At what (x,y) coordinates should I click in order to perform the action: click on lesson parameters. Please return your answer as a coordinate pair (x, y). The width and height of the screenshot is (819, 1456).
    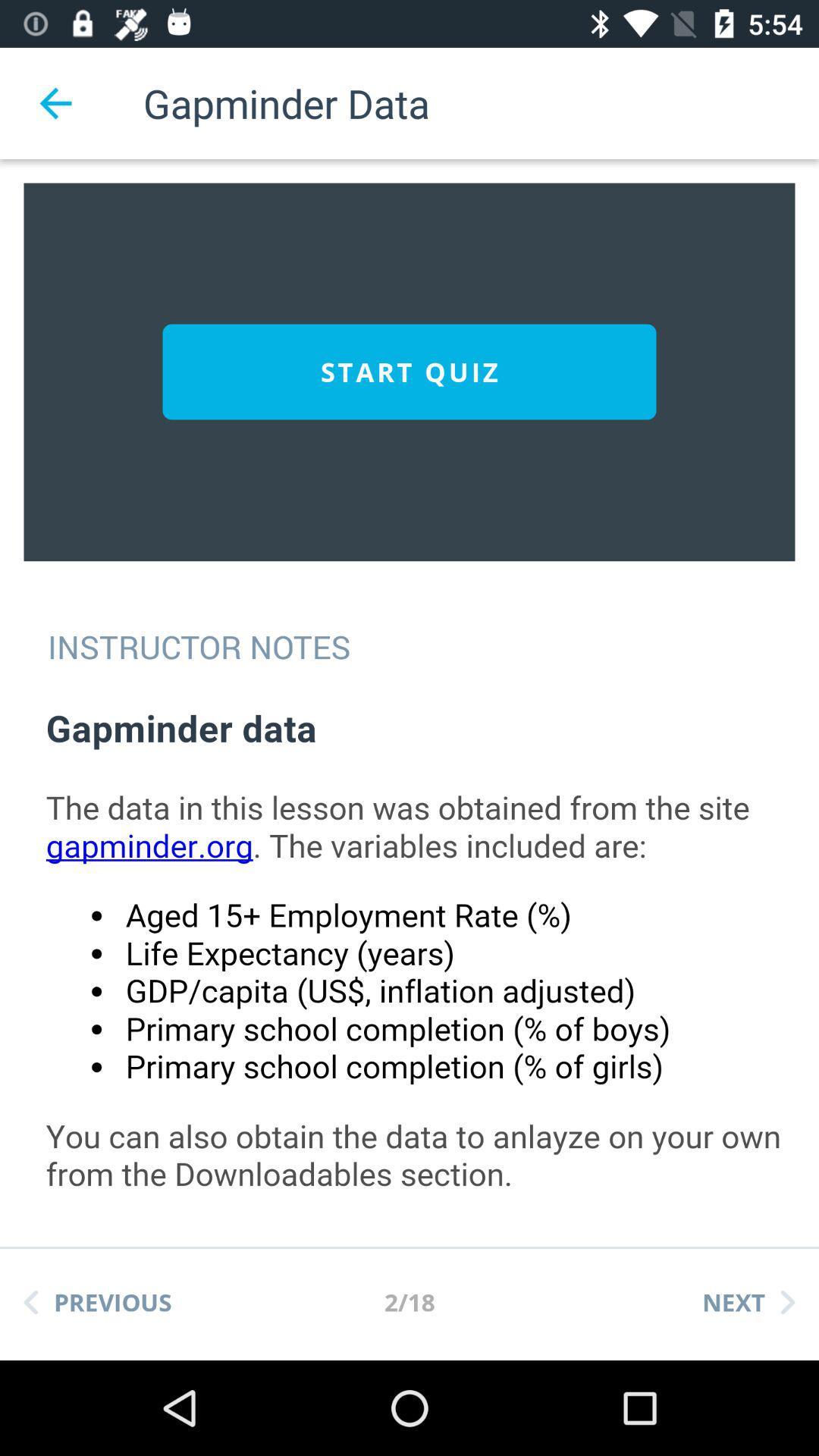
    Looking at the image, I should click on (424, 958).